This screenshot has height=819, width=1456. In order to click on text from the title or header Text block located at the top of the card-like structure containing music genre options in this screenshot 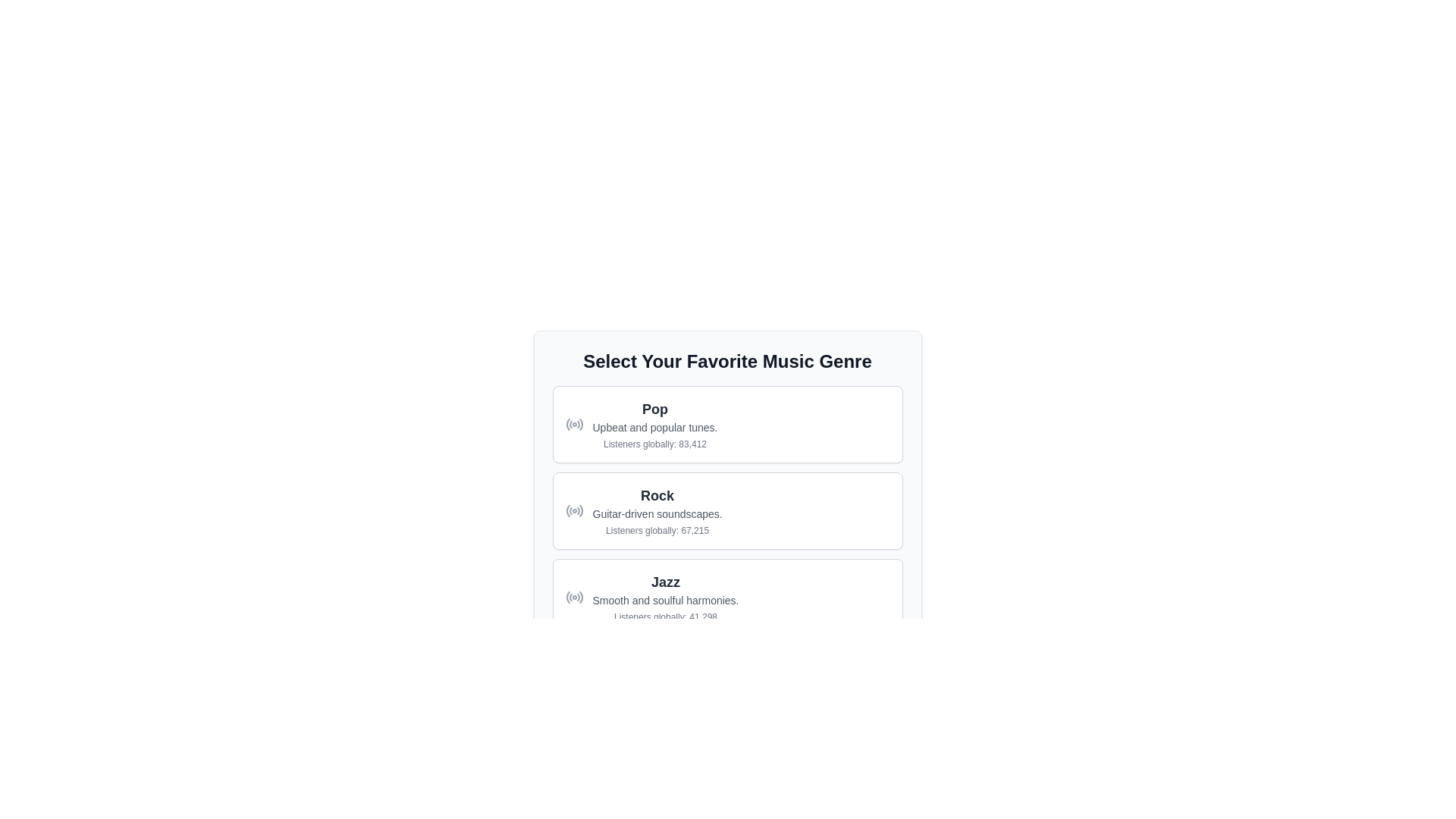, I will do `click(726, 362)`.